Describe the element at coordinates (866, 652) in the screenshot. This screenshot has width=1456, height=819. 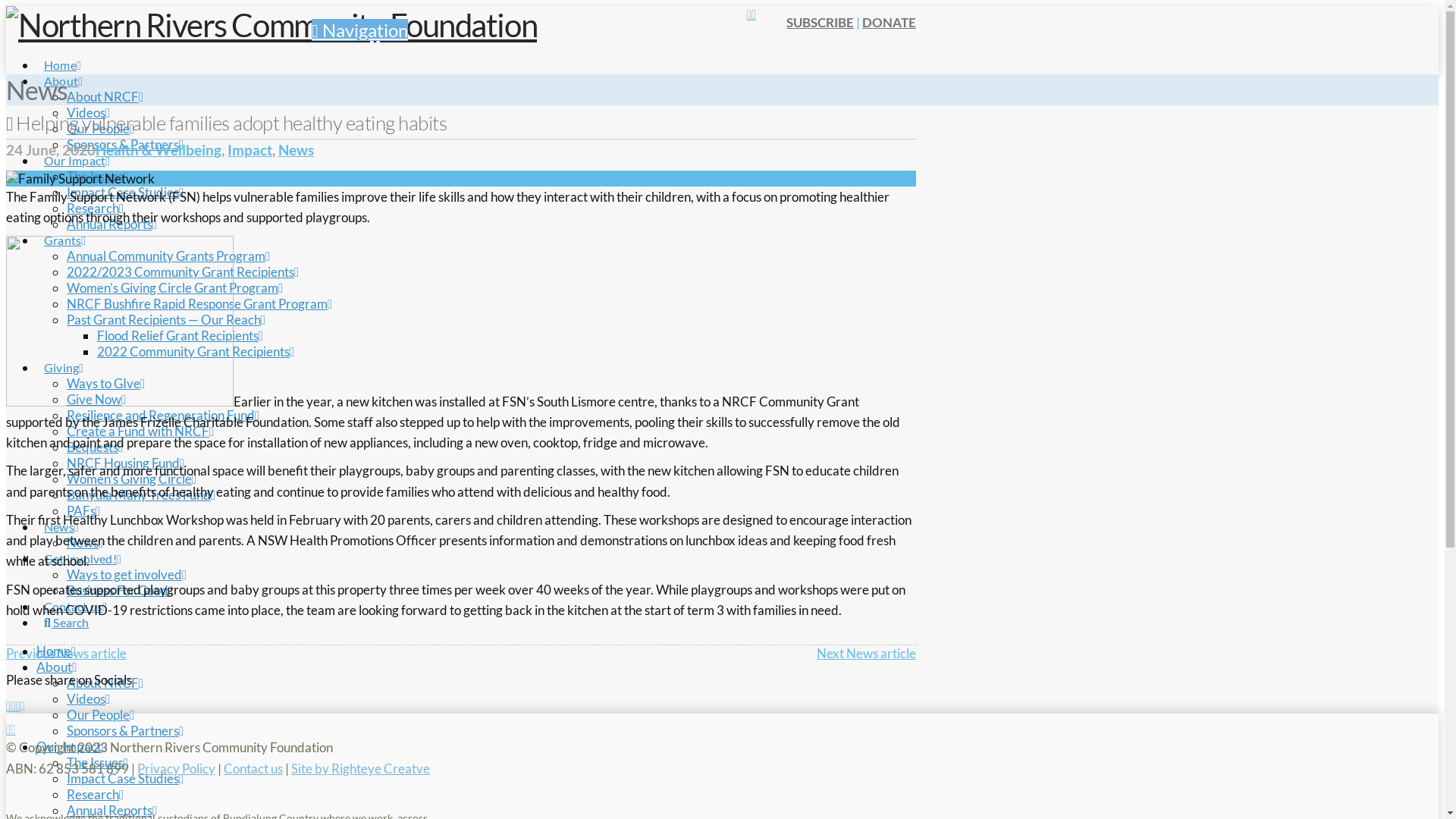
I see `'Next News article'` at that location.